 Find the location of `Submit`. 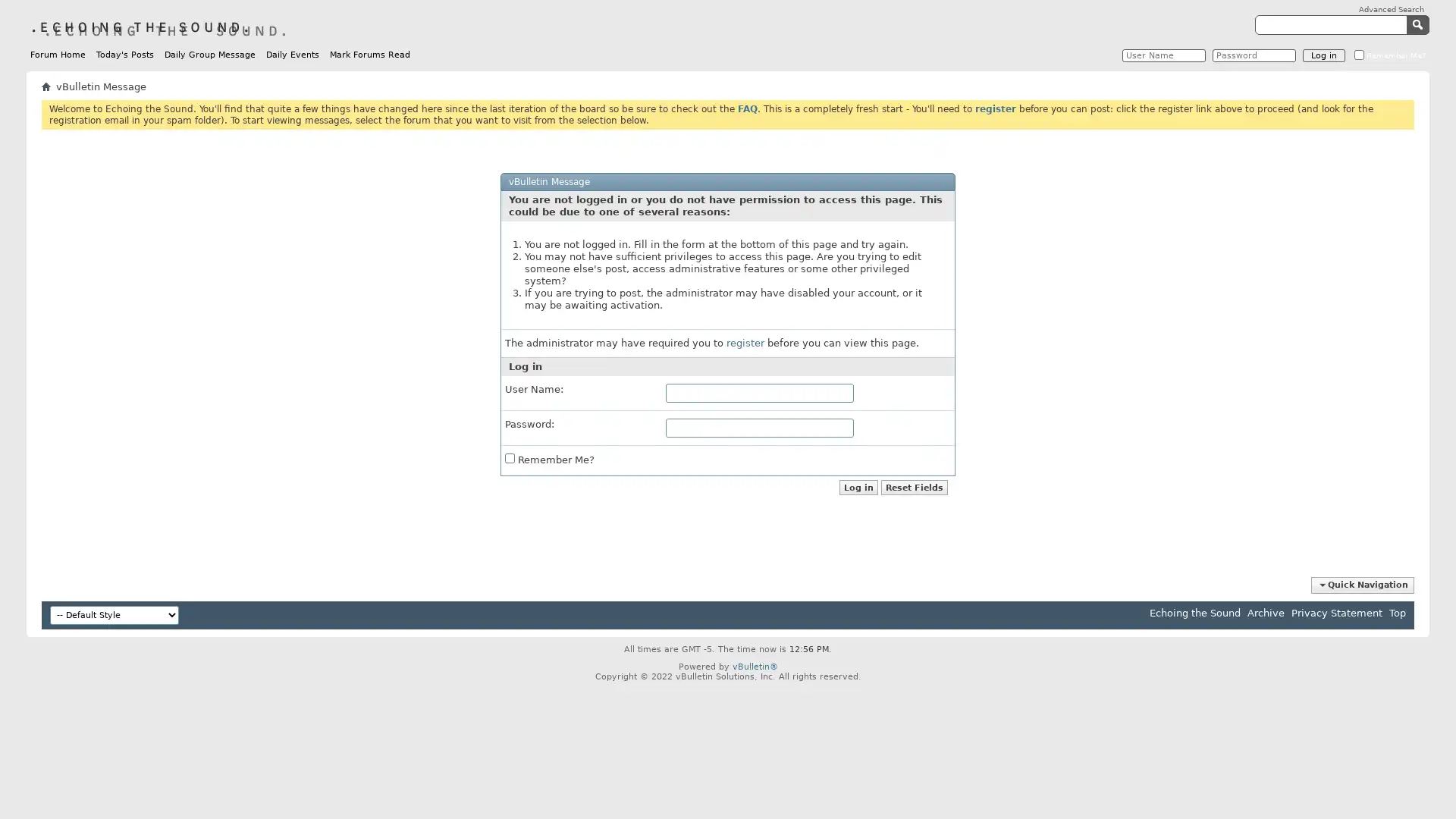

Submit is located at coordinates (1419, 24).